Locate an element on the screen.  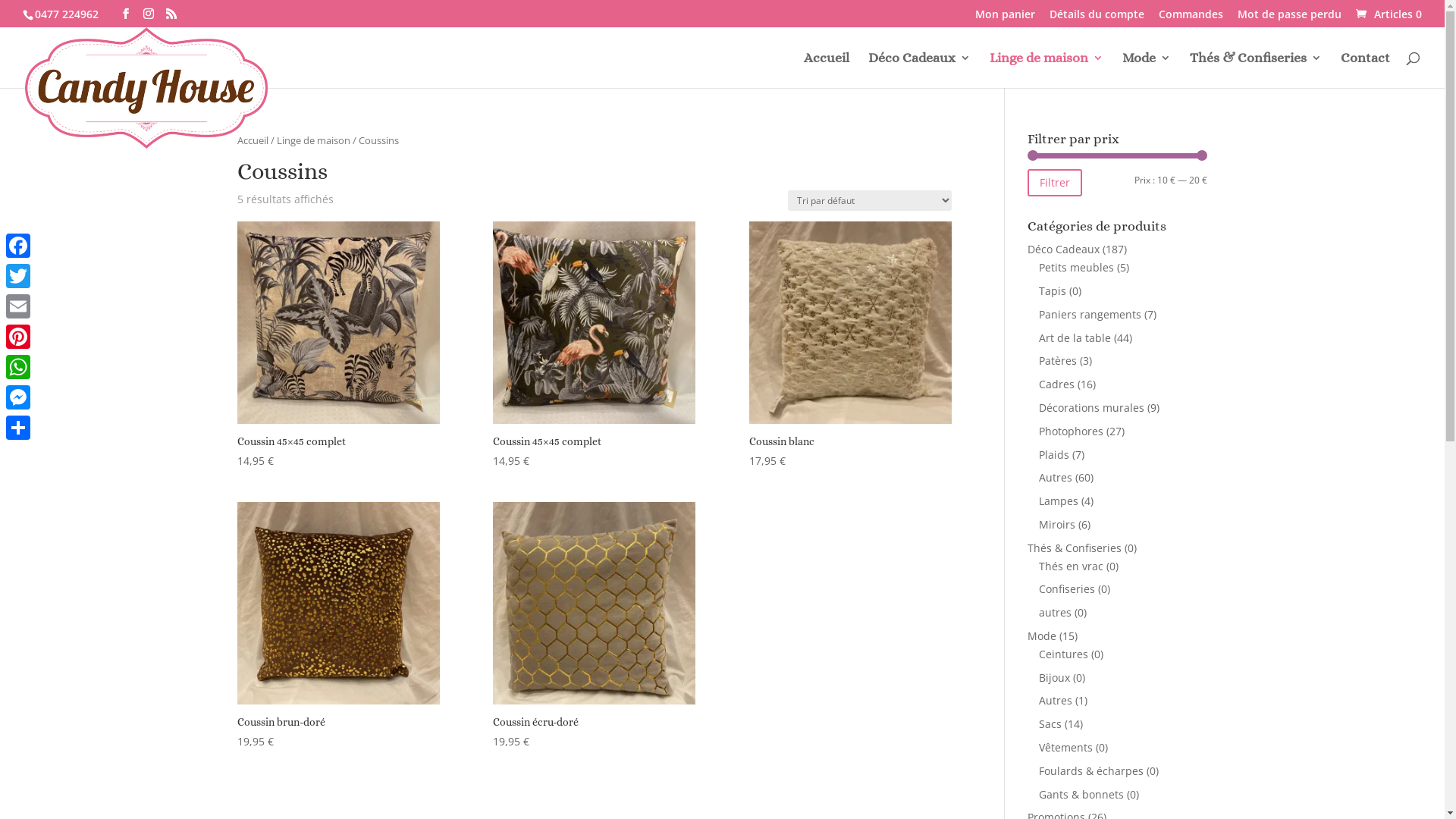
'Cadres' is located at coordinates (1037, 383).